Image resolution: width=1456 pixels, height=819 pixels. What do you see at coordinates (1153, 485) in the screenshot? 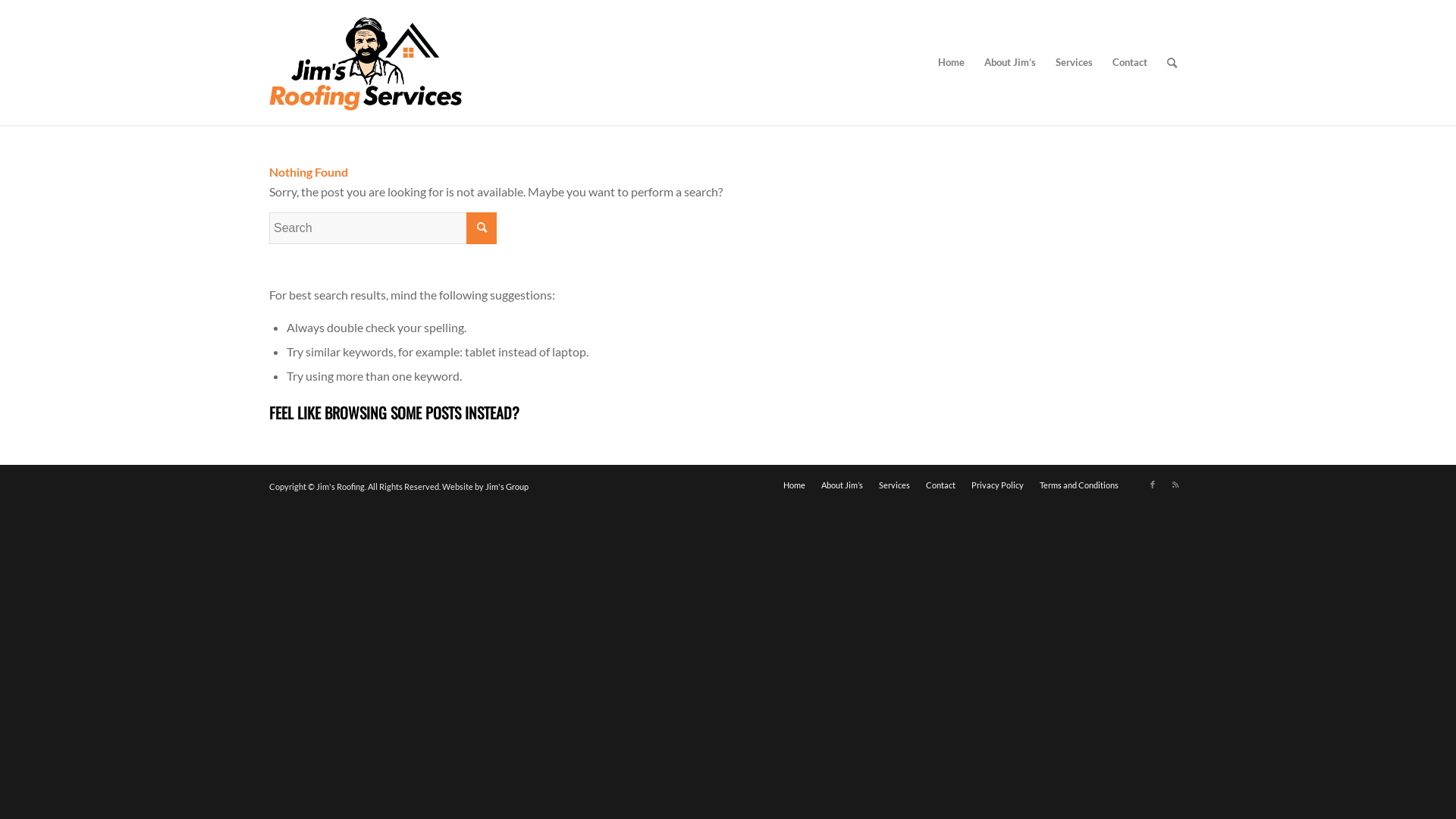
I see `'Facebook'` at bounding box center [1153, 485].